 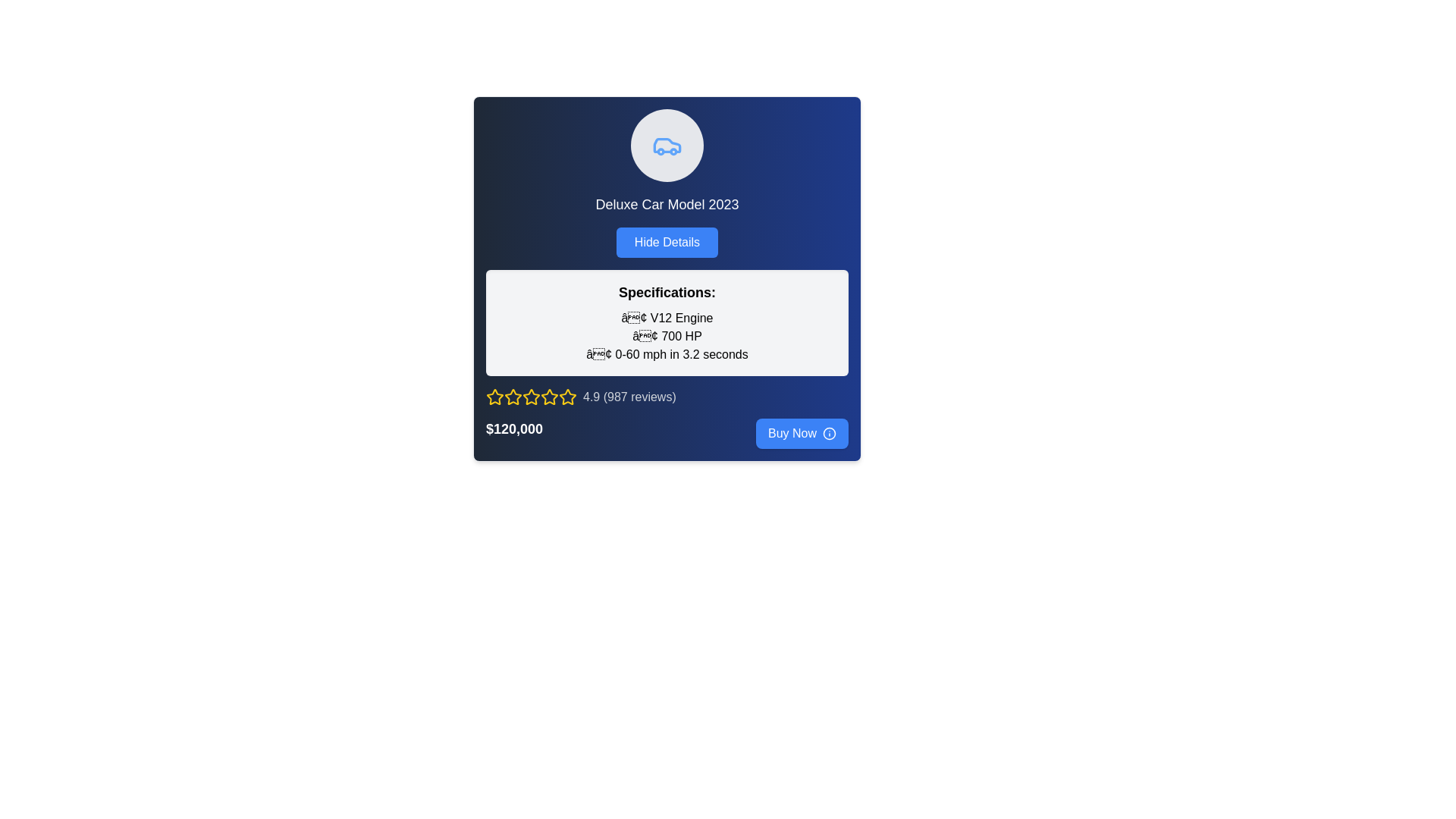 I want to click on the third yellow star icon in a row of five stars, located at the bottom part of the section with a title, specifications, and price, identifiable by the additional text '4.9 (987 reviews)', so click(x=531, y=397).